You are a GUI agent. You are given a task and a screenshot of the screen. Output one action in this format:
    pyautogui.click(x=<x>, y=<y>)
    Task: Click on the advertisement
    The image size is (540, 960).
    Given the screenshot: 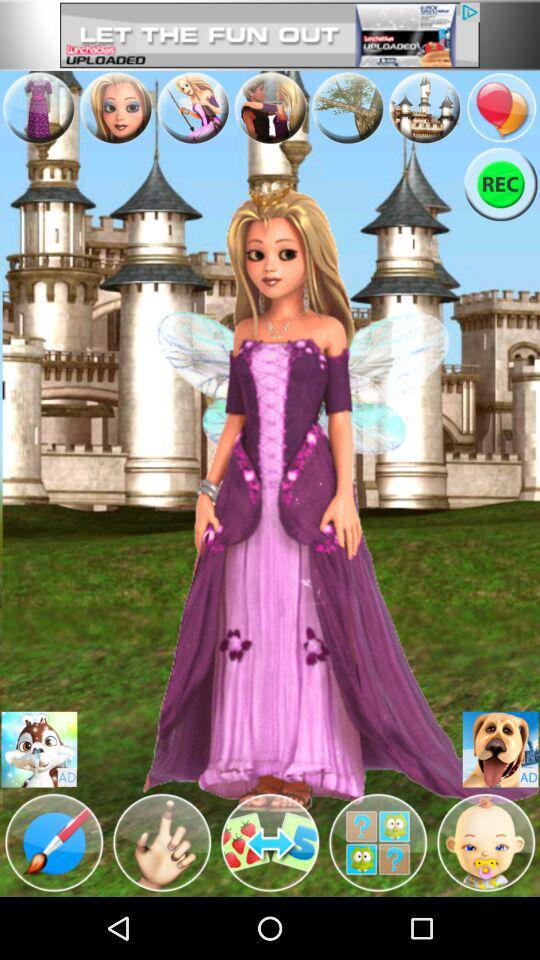 What is the action you would take?
    pyautogui.click(x=270, y=108)
    